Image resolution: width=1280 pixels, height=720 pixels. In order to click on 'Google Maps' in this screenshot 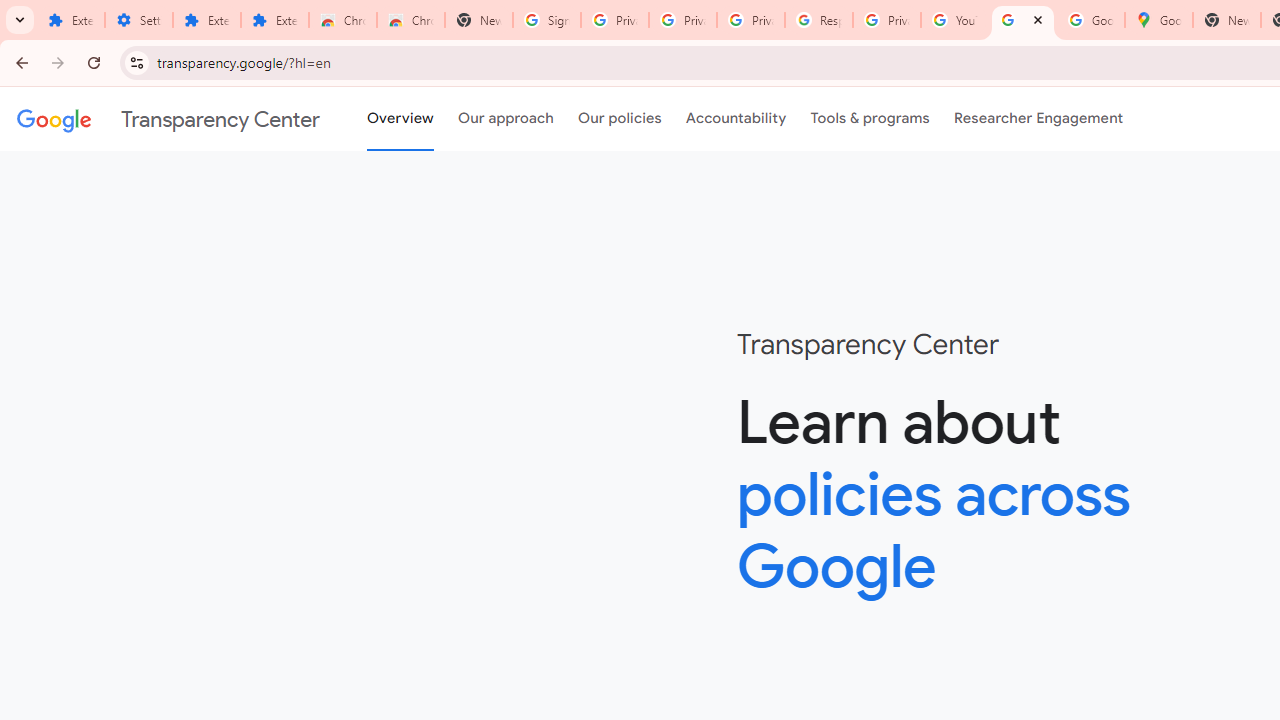, I will do `click(1159, 20)`.